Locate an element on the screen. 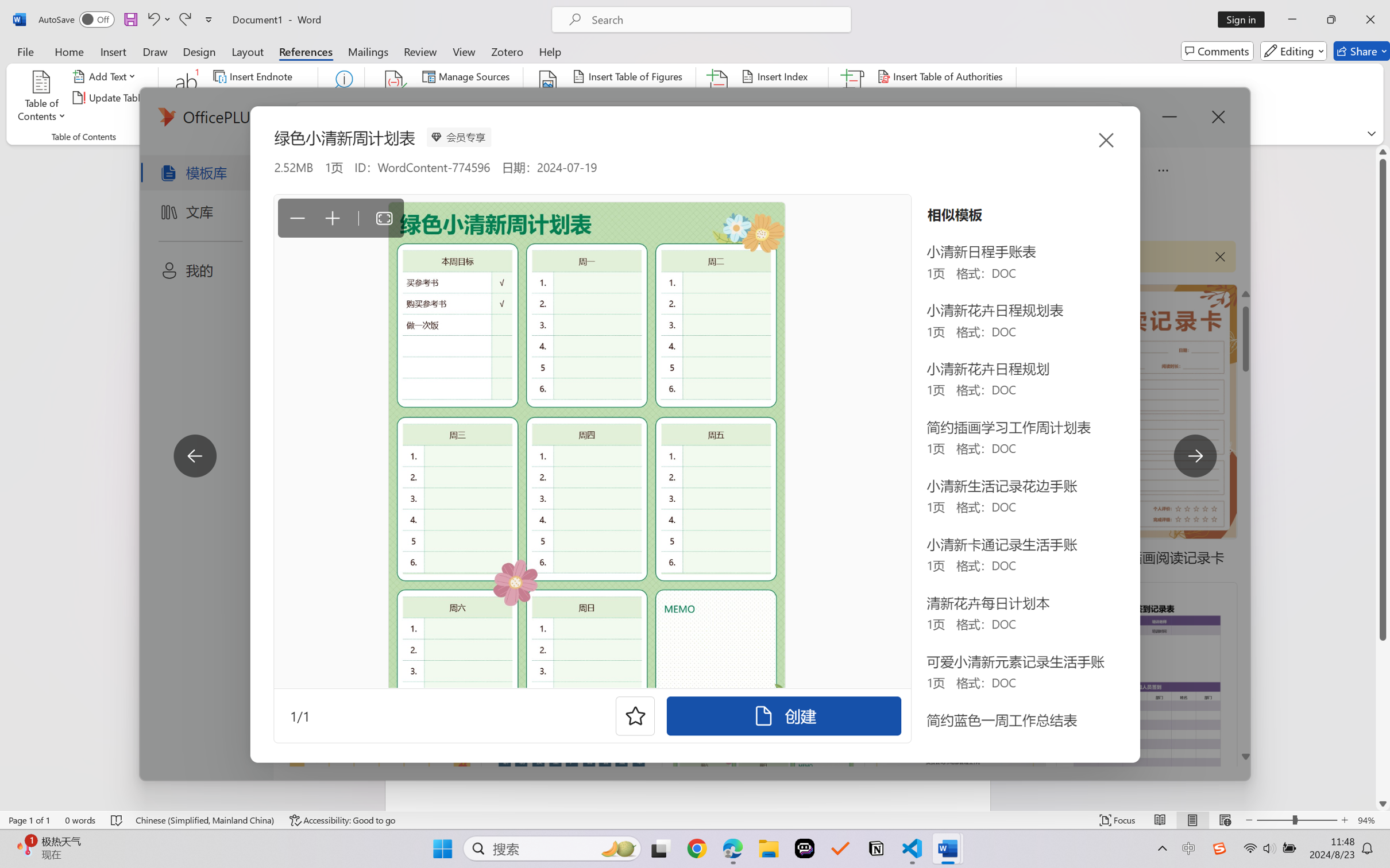  'Page down' is located at coordinates (1383, 718).